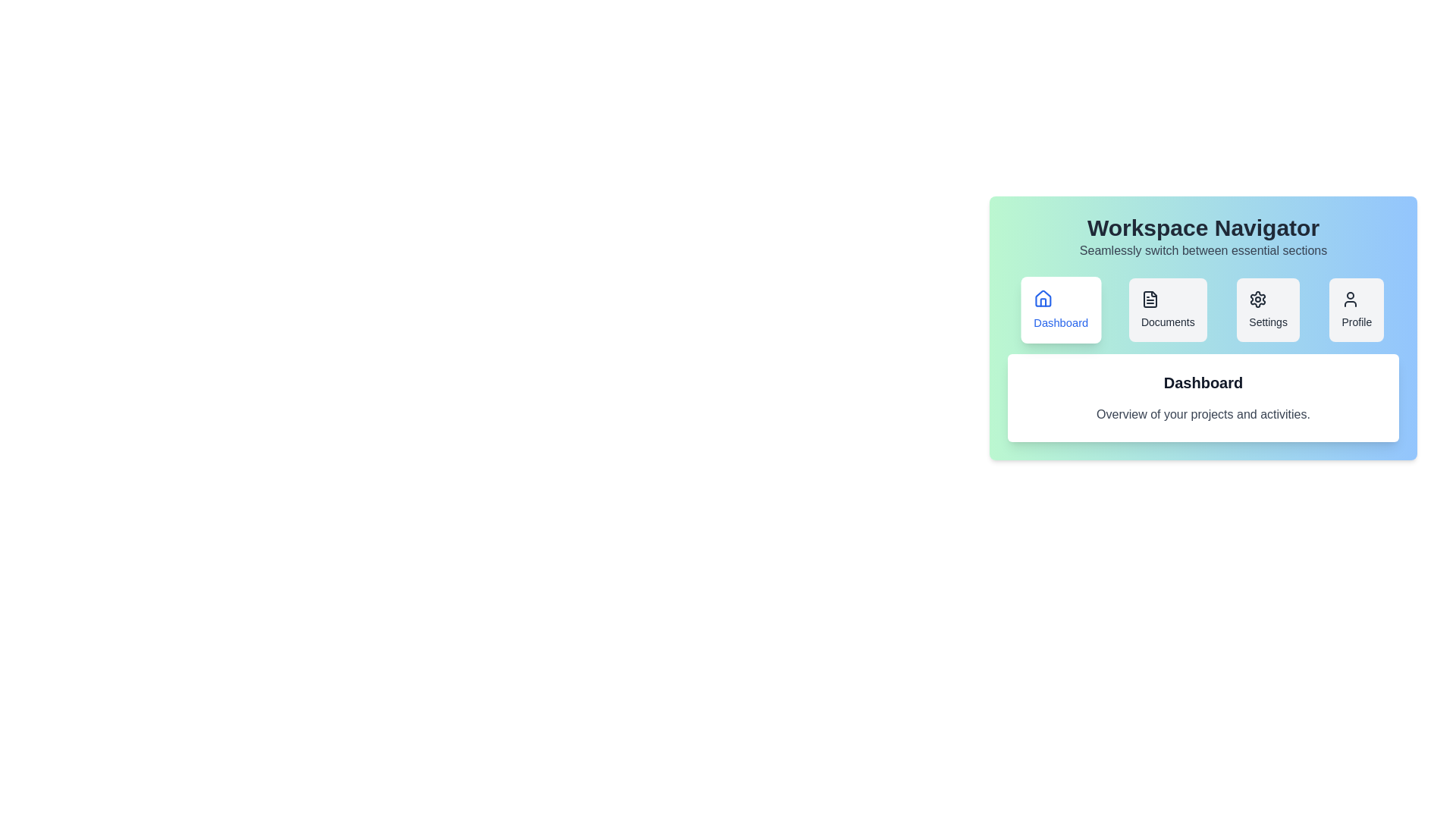  I want to click on the Dashboard tab, so click(1060, 309).